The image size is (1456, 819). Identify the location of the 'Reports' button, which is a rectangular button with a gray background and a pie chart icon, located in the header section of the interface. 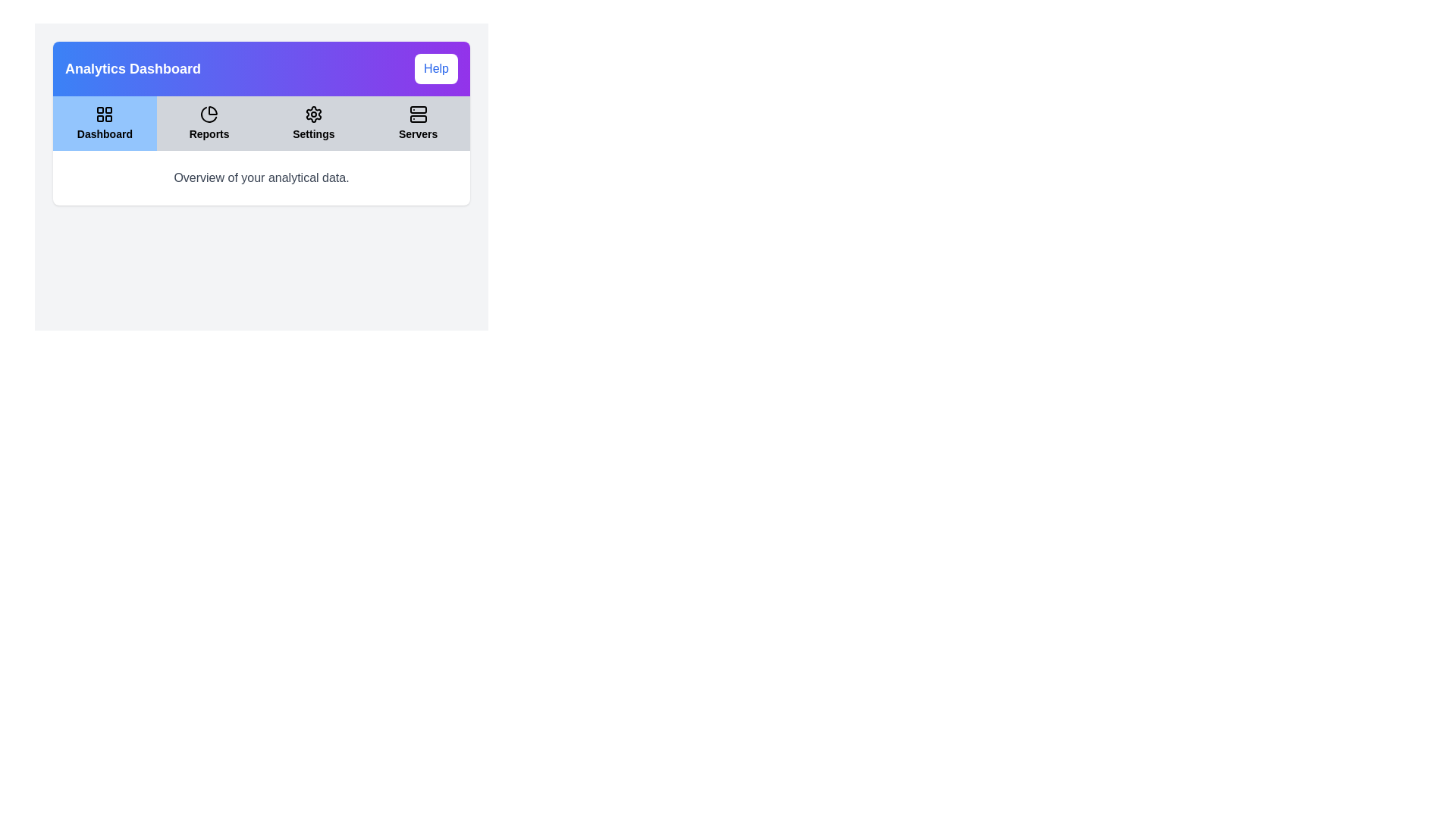
(208, 122).